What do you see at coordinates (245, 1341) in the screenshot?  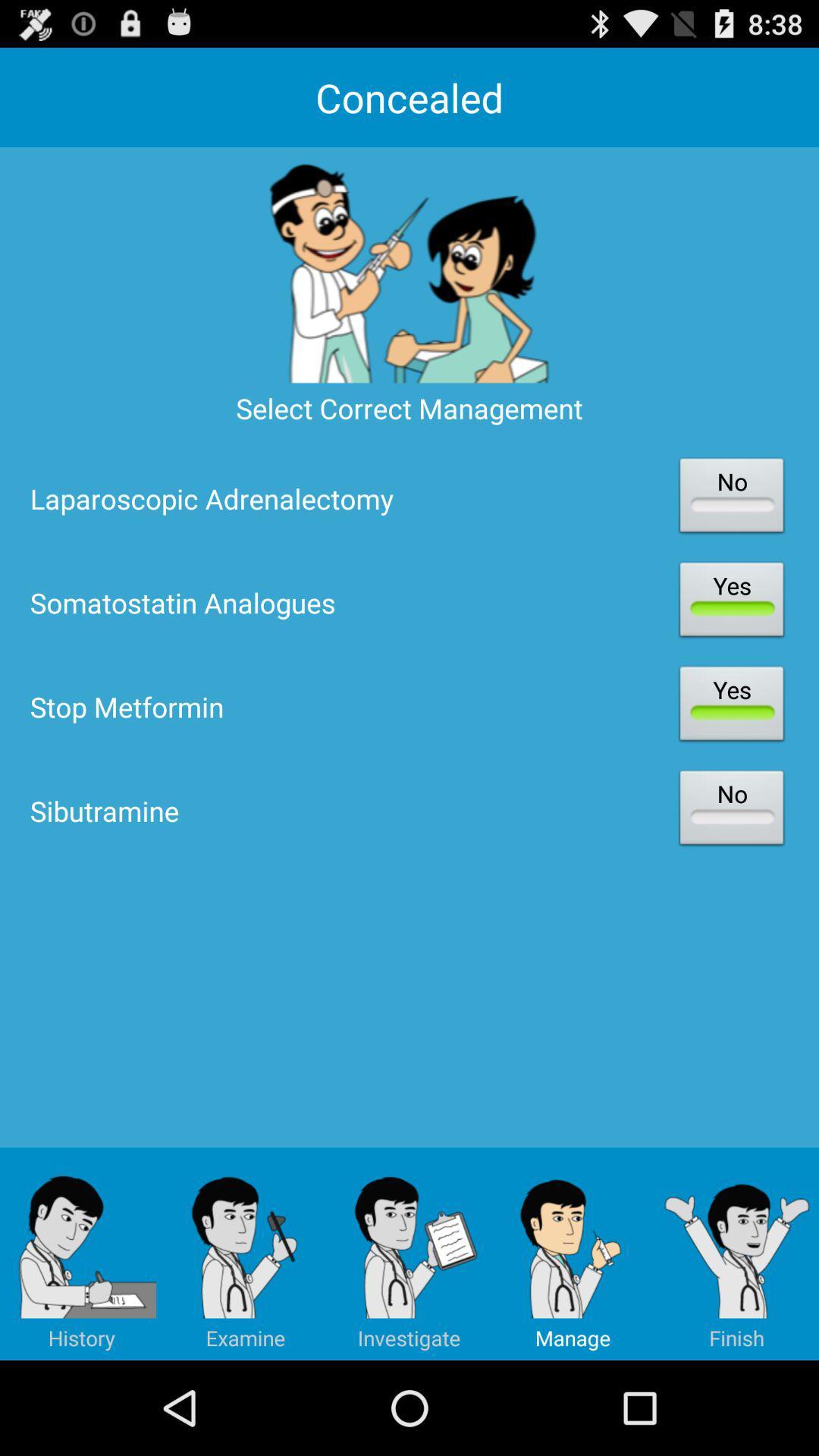 I see `the edit icon` at bounding box center [245, 1341].